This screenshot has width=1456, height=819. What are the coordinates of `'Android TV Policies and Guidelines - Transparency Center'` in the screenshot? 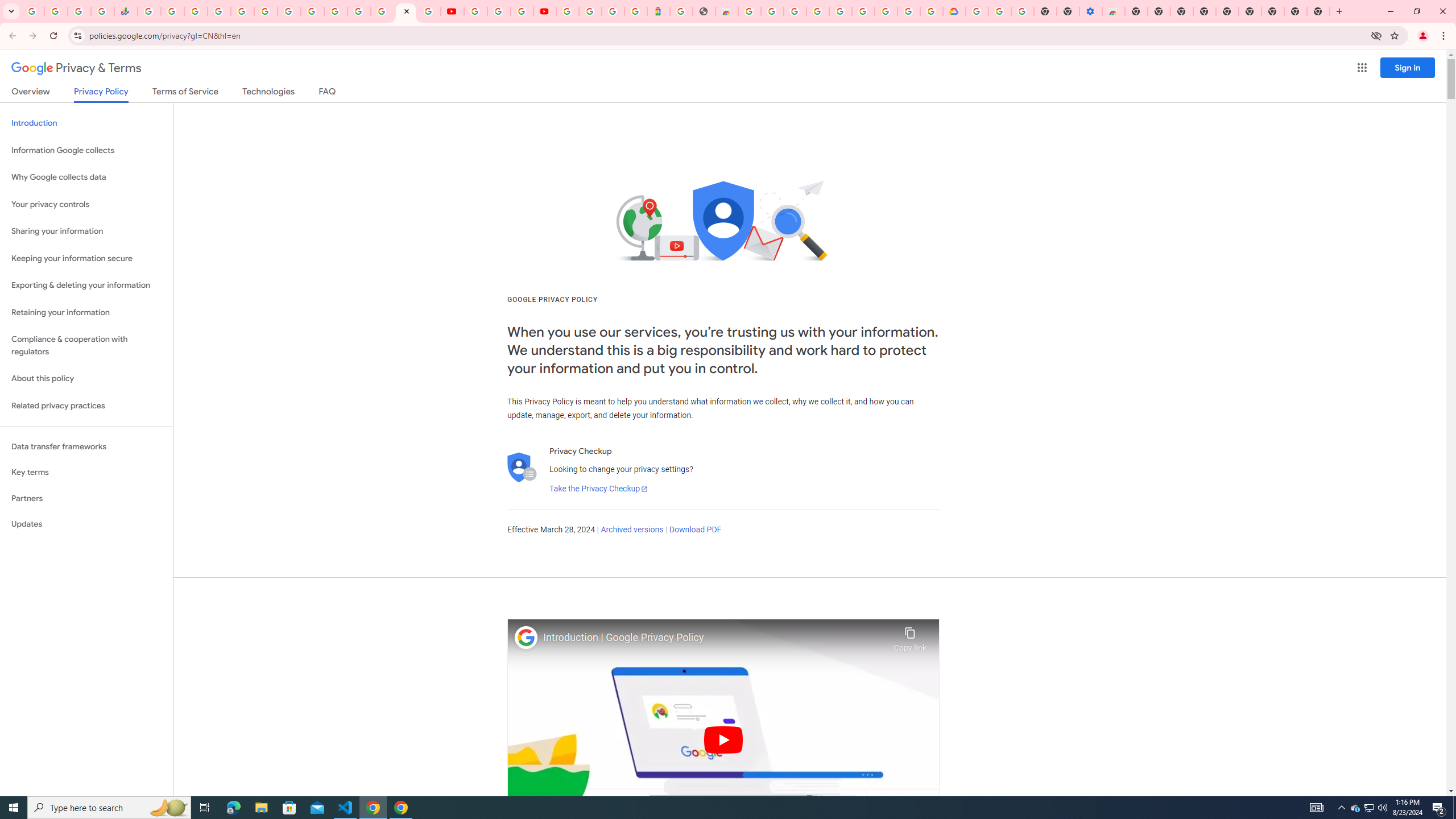 It's located at (288, 11).